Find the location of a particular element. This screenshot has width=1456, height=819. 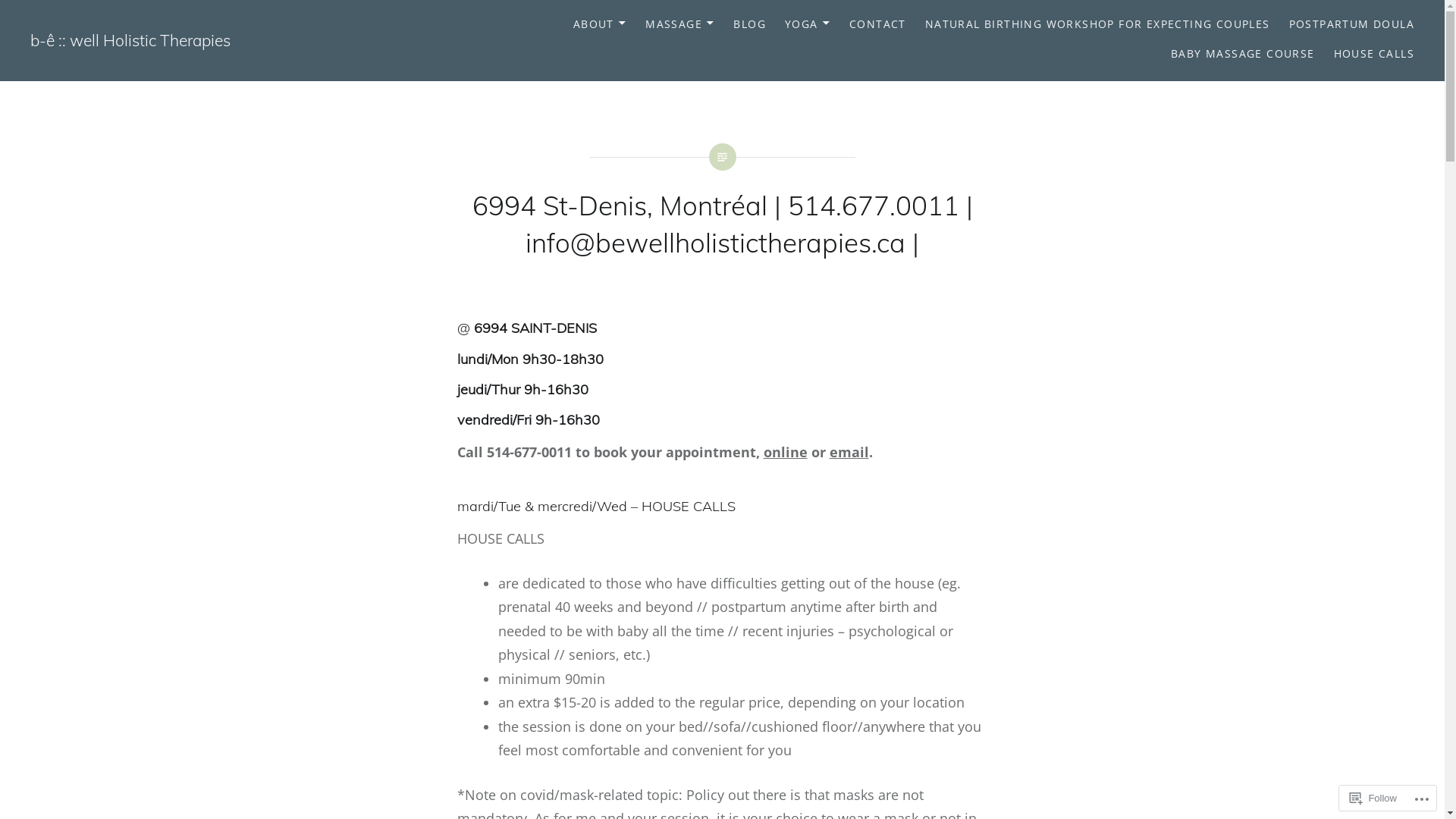

'BLOG' is located at coordinates (733, 24).